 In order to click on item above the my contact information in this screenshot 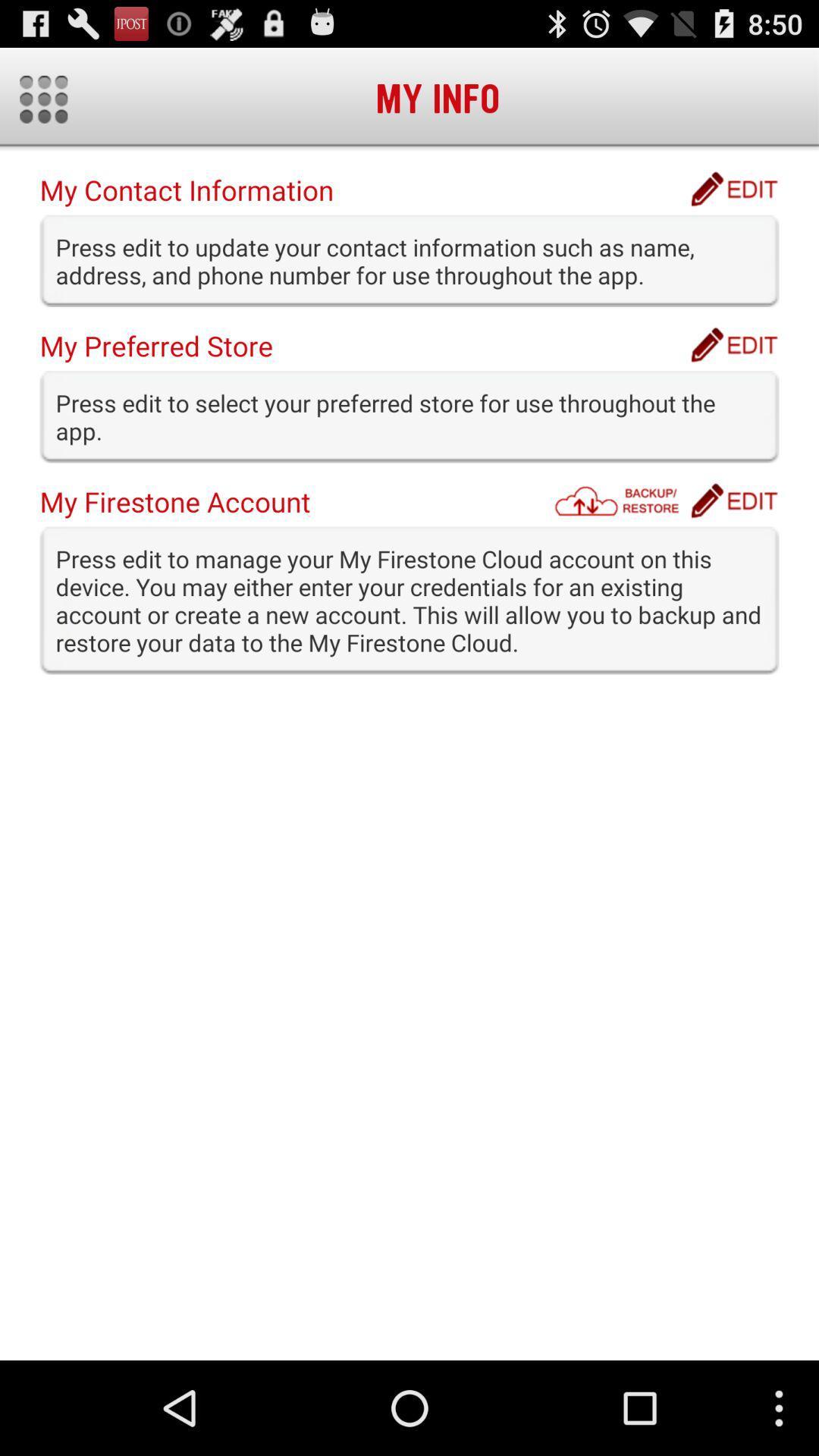, I will do `click(42, 99)`.